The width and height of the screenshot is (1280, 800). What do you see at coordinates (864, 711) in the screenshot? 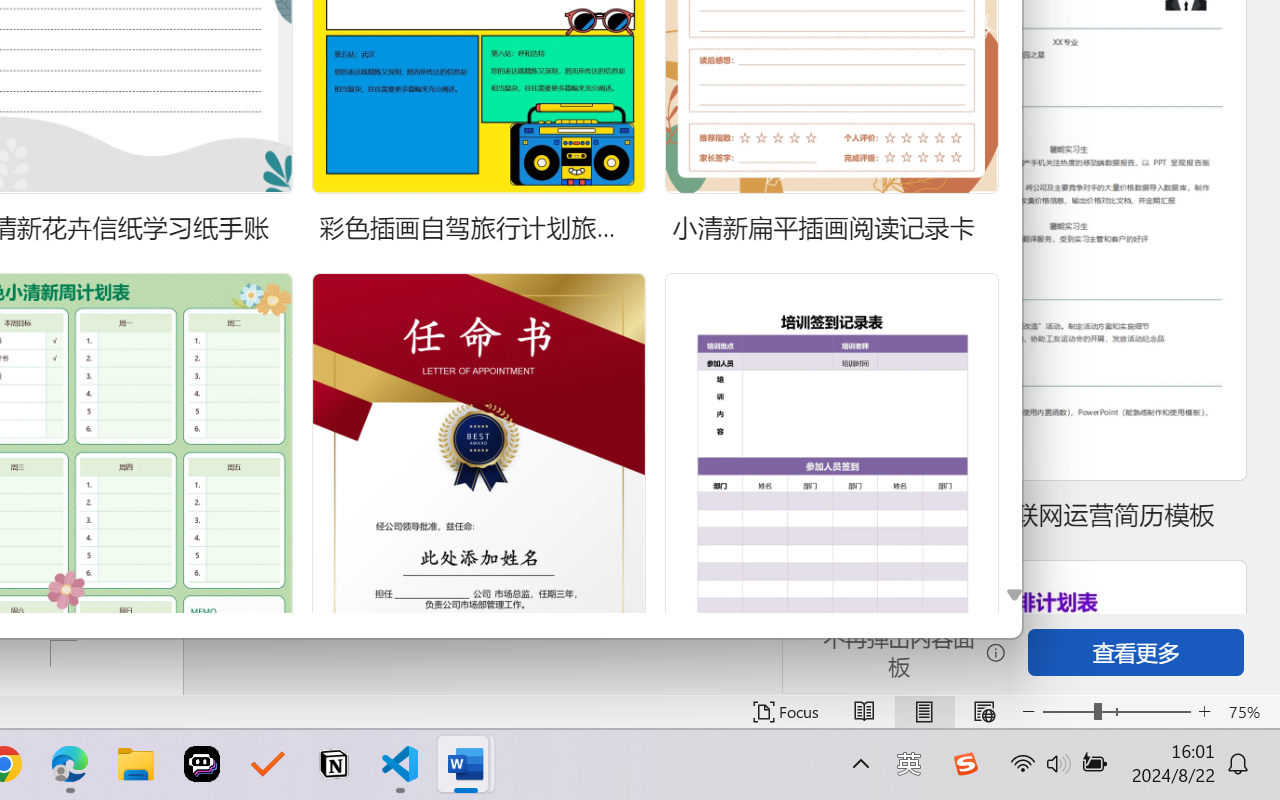
I see `'Read Mode'` at bounding box center [864, 711].